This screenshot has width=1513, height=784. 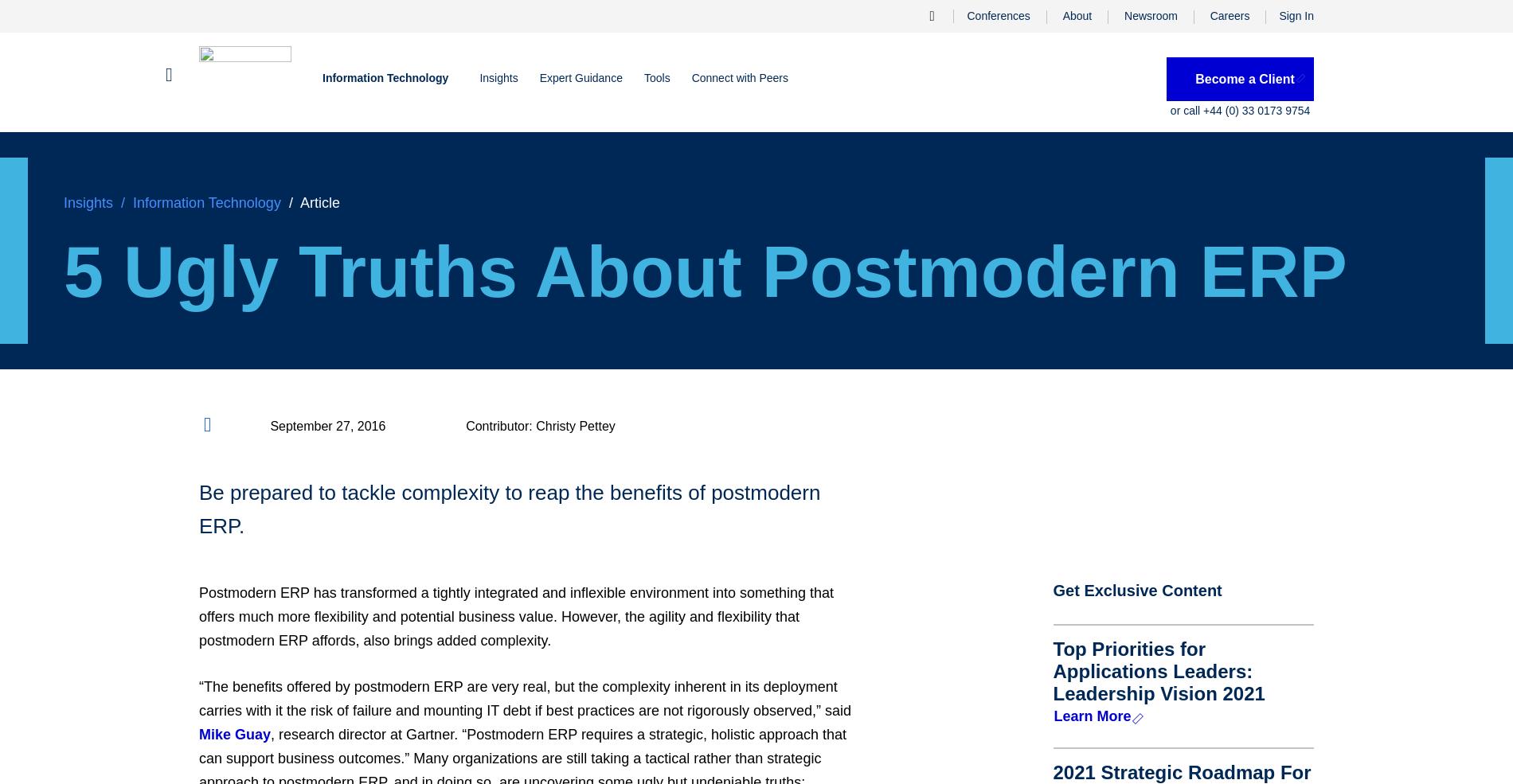 I want to click on 'Learn More', so click(x=1091, y=716).